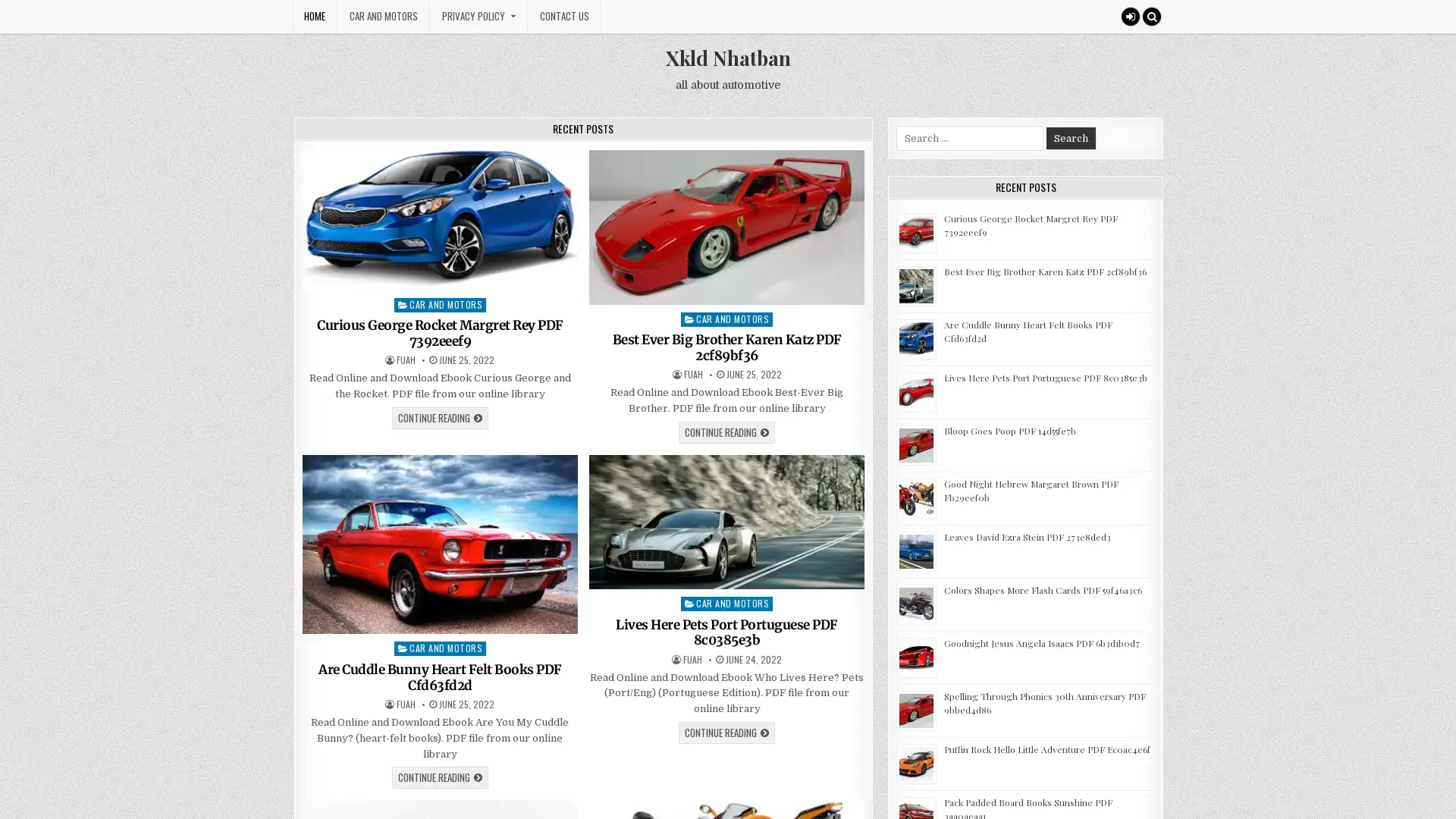 The width and height of the screenshot is (1456, 819). I want to click on Search, so click(1070, 138).